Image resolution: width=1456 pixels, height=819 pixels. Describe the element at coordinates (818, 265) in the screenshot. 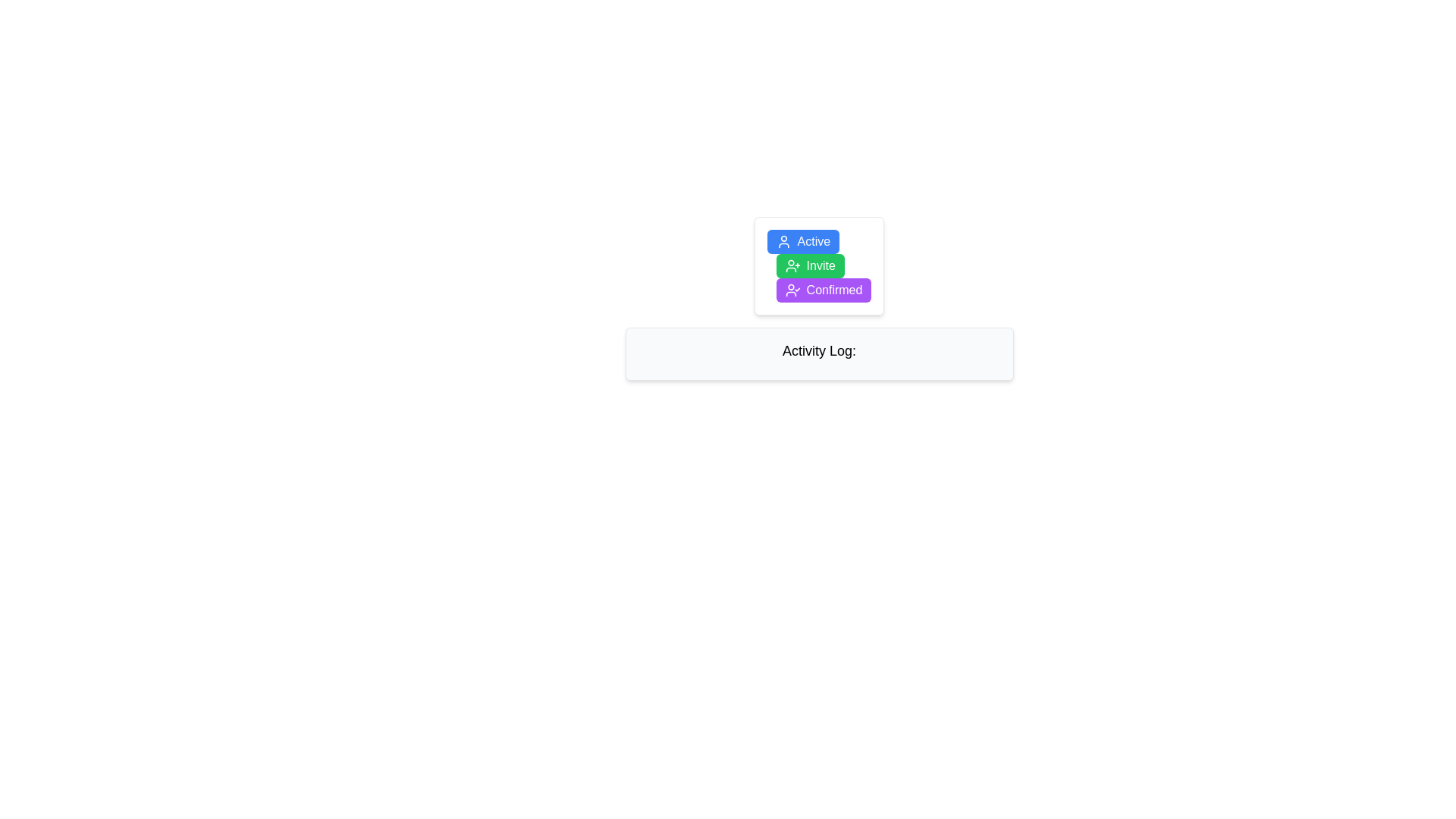

I see `the green 'Invite' button with rounded corners` at that location.